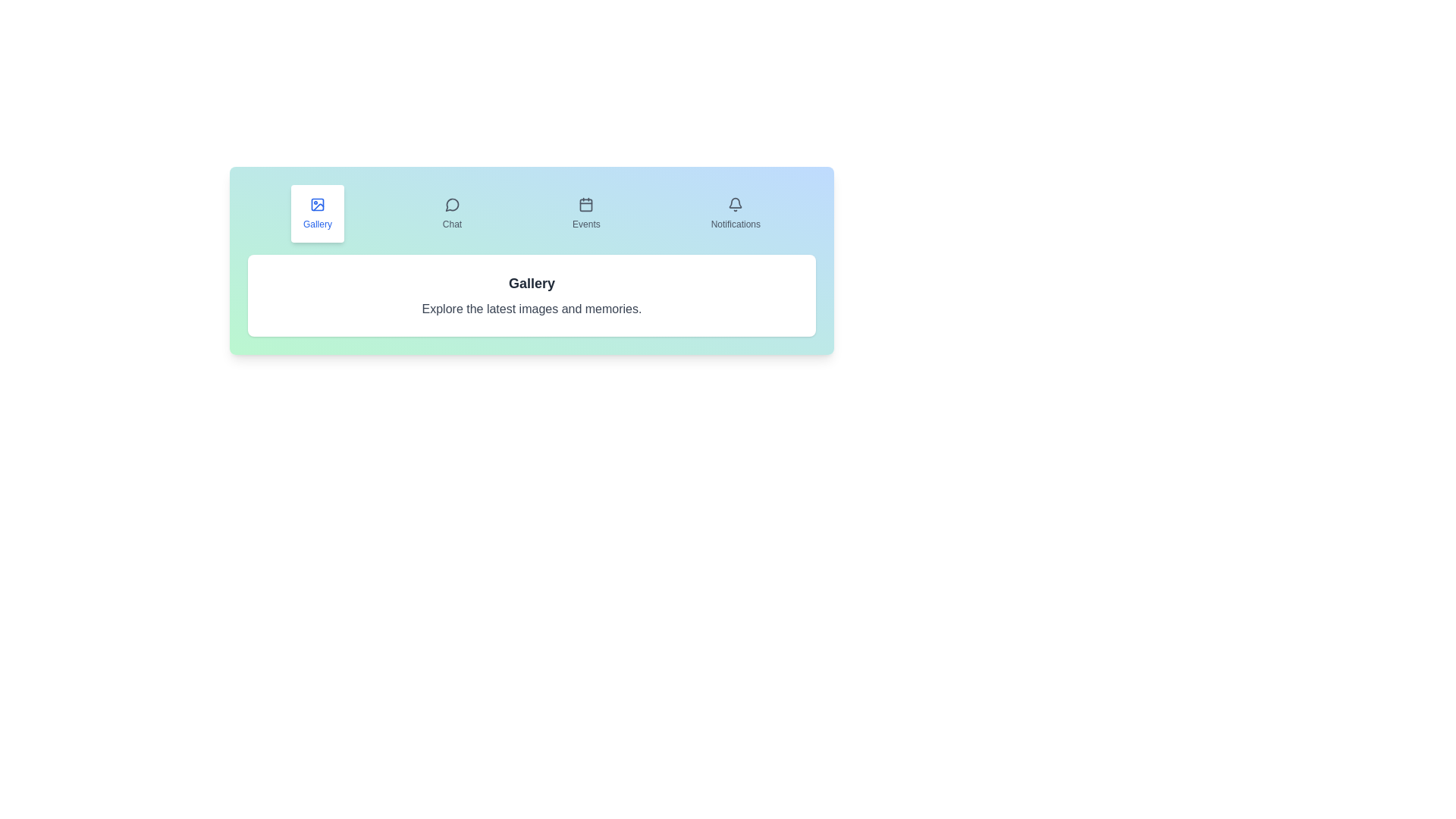 This screenshot has width=1456, height=819. I want to click on the Notifications tab to display its content, so click(736, 213).